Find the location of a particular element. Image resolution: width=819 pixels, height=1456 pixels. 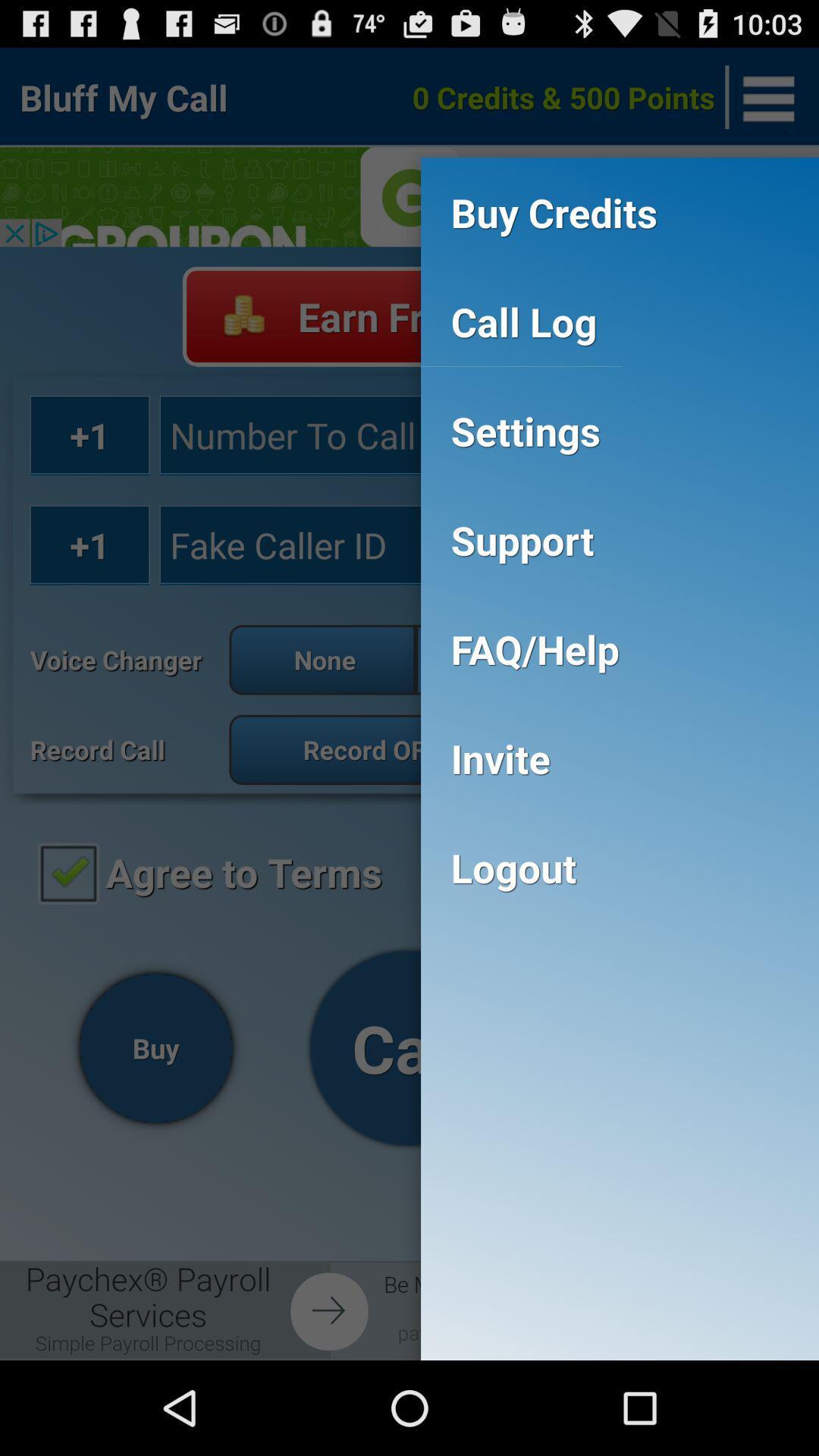

the menu icon is located at coordinates (769, 103).